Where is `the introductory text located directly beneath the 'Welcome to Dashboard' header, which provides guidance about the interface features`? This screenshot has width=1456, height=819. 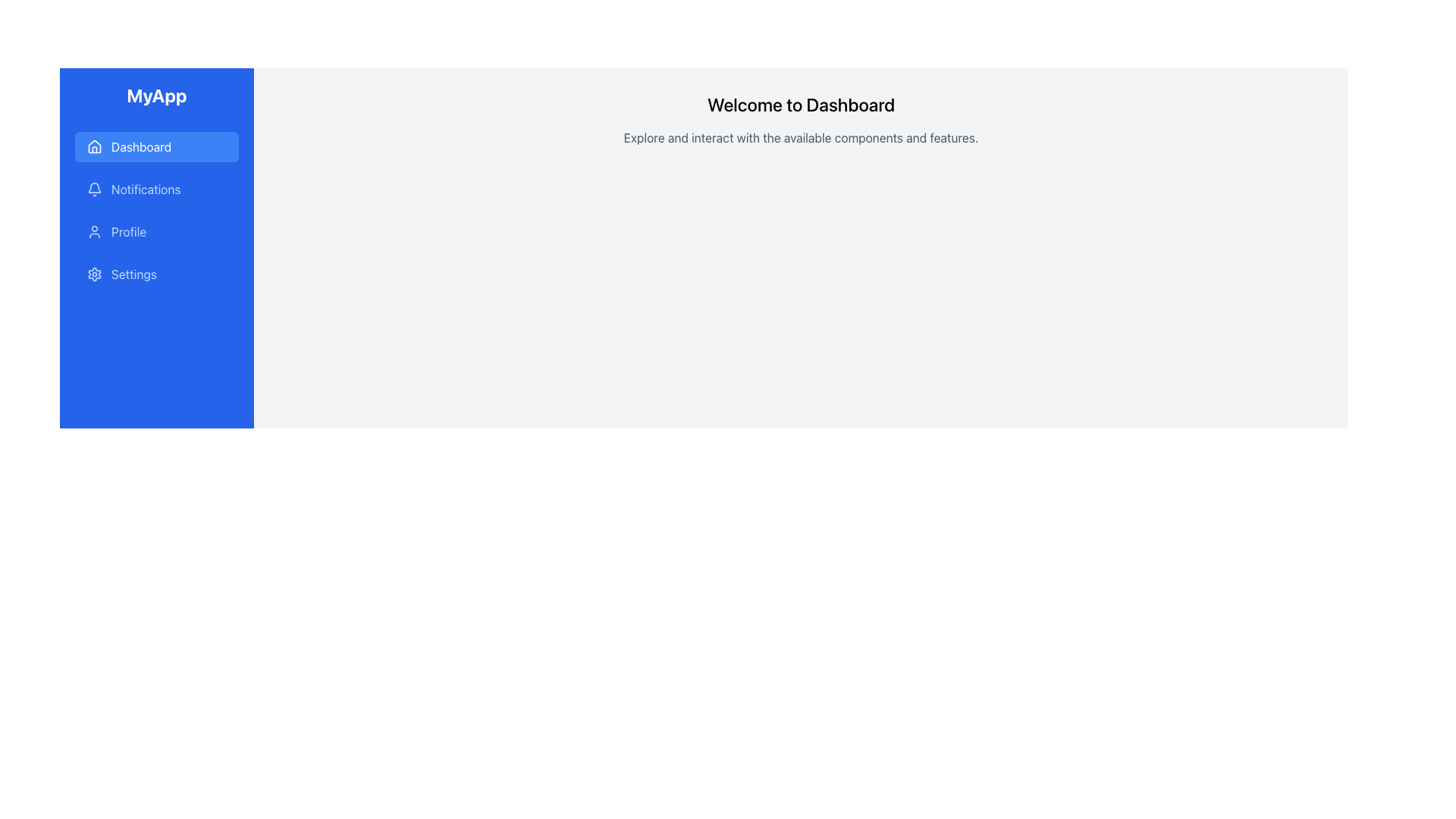 the introductory text located directly beneath the 'Welcome to Dashboard' header, which provides guidance about the interface features is located at coordinates (800, 137).